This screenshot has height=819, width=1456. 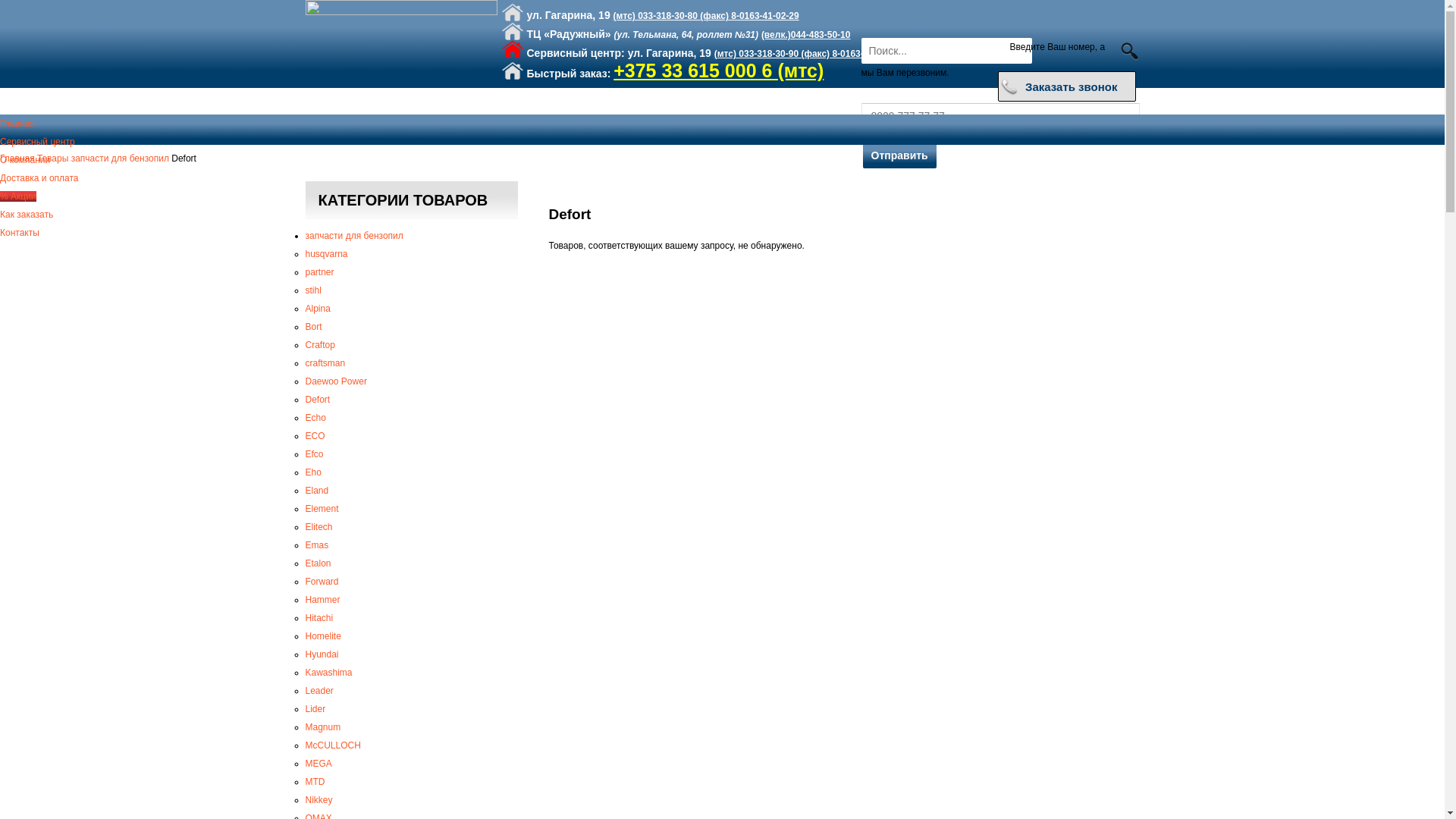 What do you see at coordinates (327, 672) in the screenshot?
I see `'Kawashima'` at bounding box center [327, 672].